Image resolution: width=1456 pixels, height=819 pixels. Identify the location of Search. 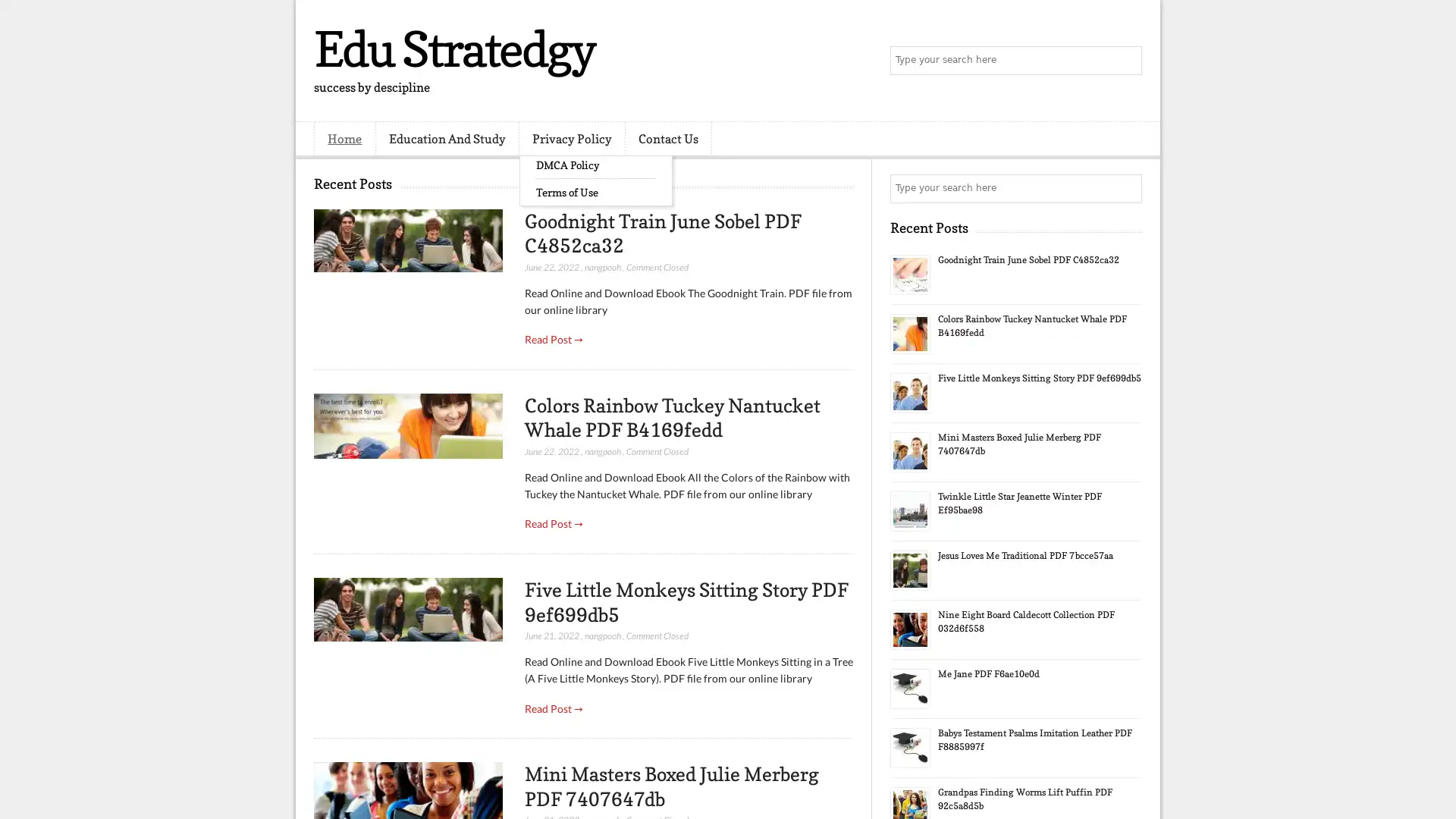
(1126, 61).